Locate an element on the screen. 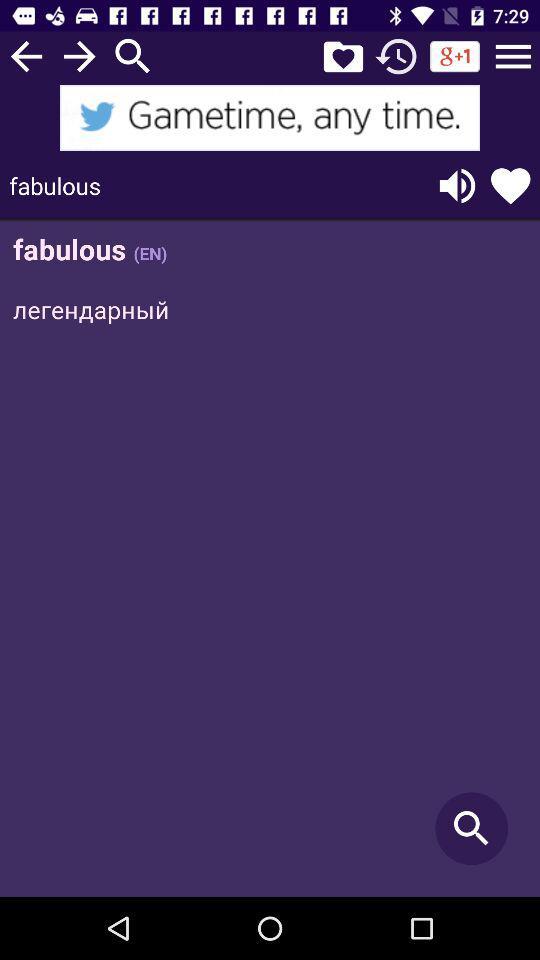  search is located at coordinates (133, 55).